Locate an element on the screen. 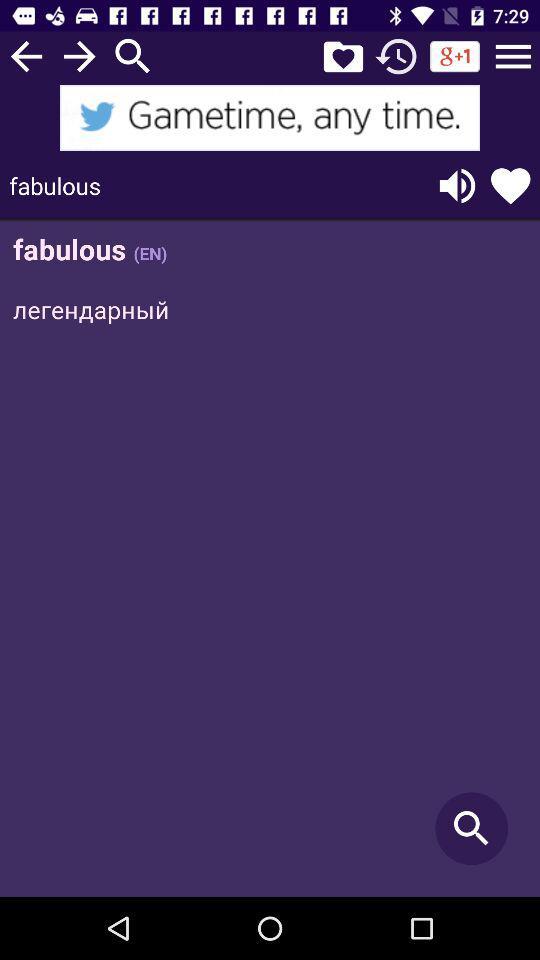  search is located at coordinates (133, 55).